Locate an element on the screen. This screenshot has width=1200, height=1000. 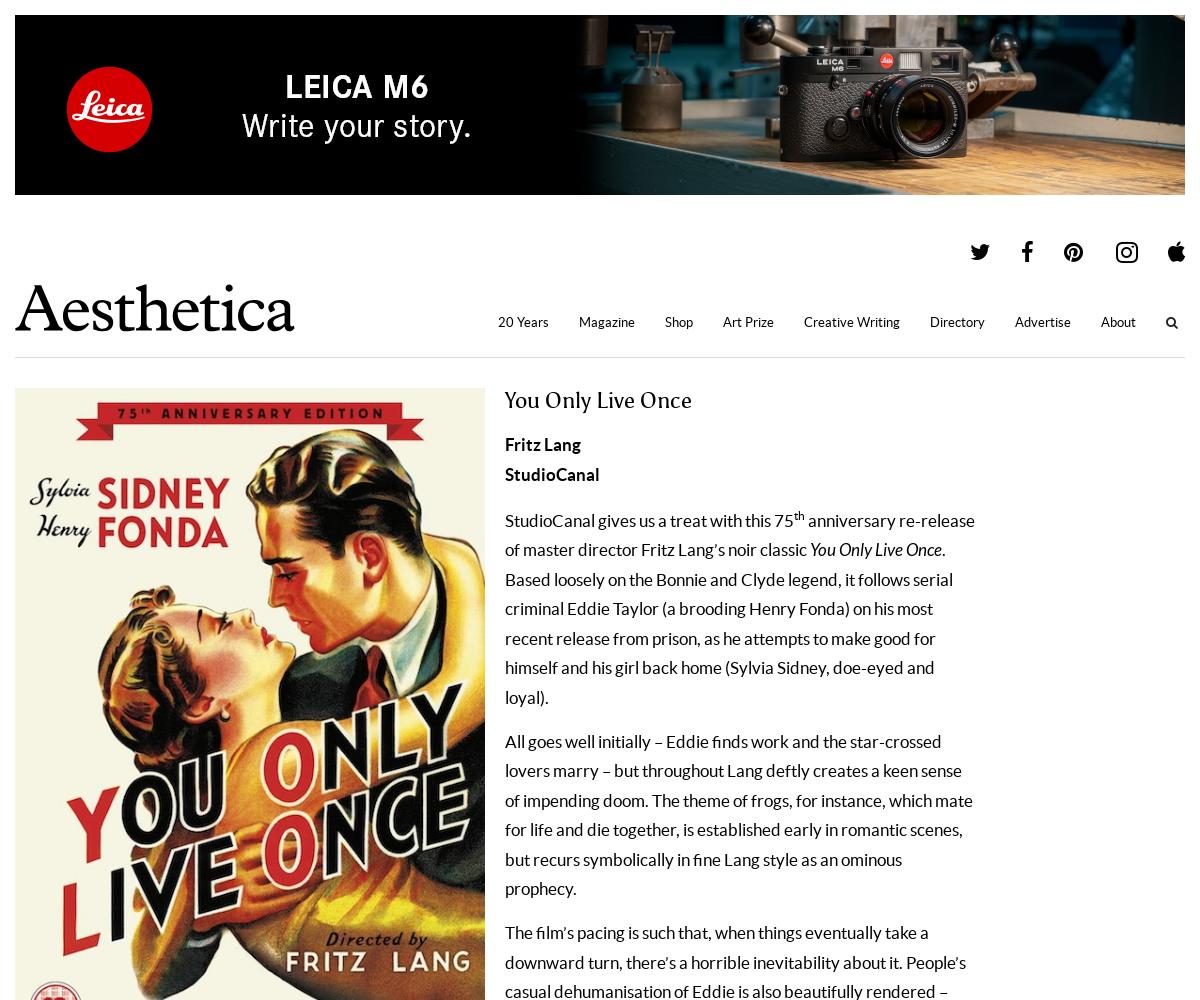
'Fritz Lang' is located at coordinates (542, 442).